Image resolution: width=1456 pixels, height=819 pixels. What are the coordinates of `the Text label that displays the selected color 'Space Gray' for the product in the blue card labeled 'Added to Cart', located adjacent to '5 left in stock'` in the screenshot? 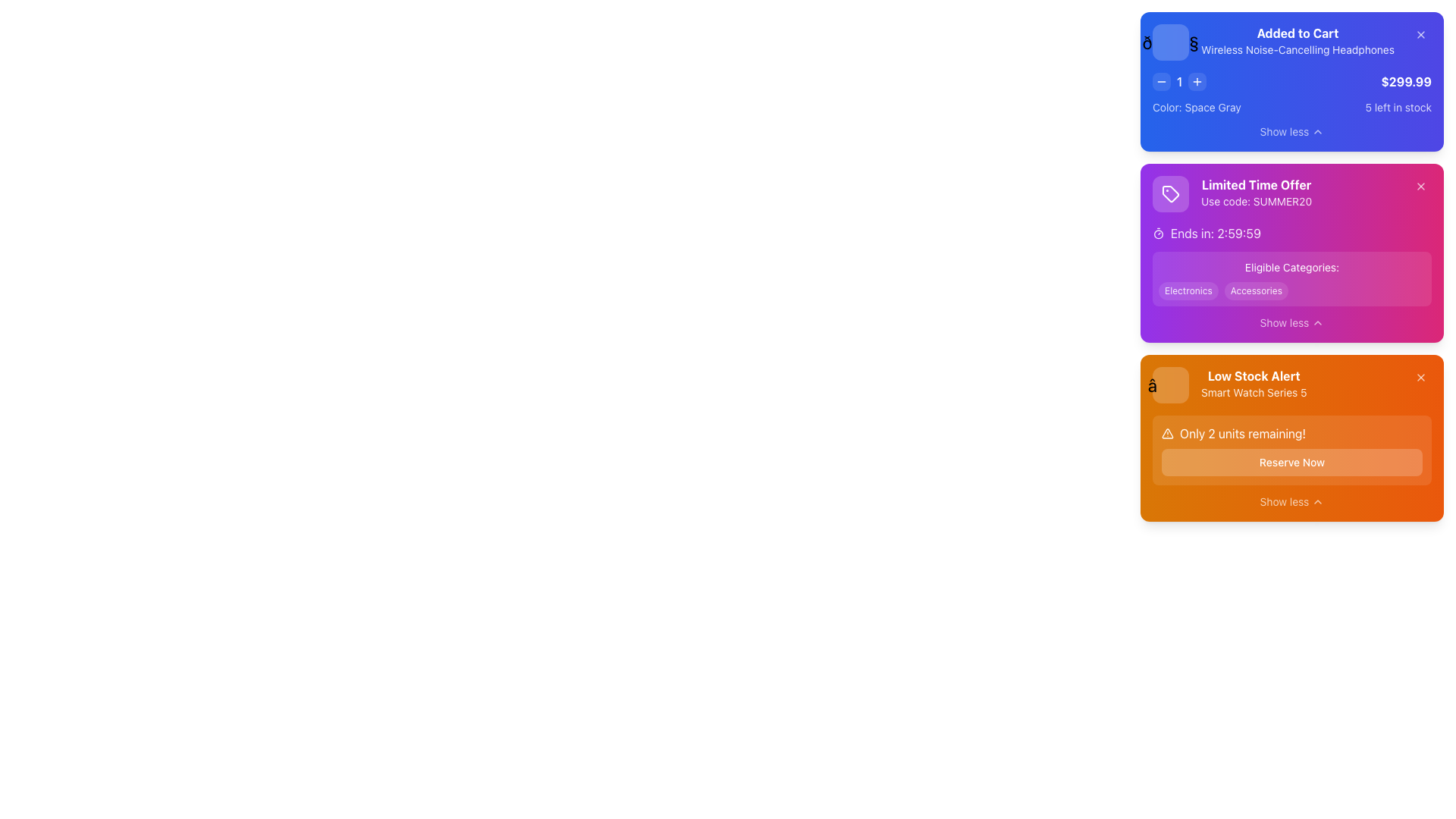 It's located at (1196, 107).